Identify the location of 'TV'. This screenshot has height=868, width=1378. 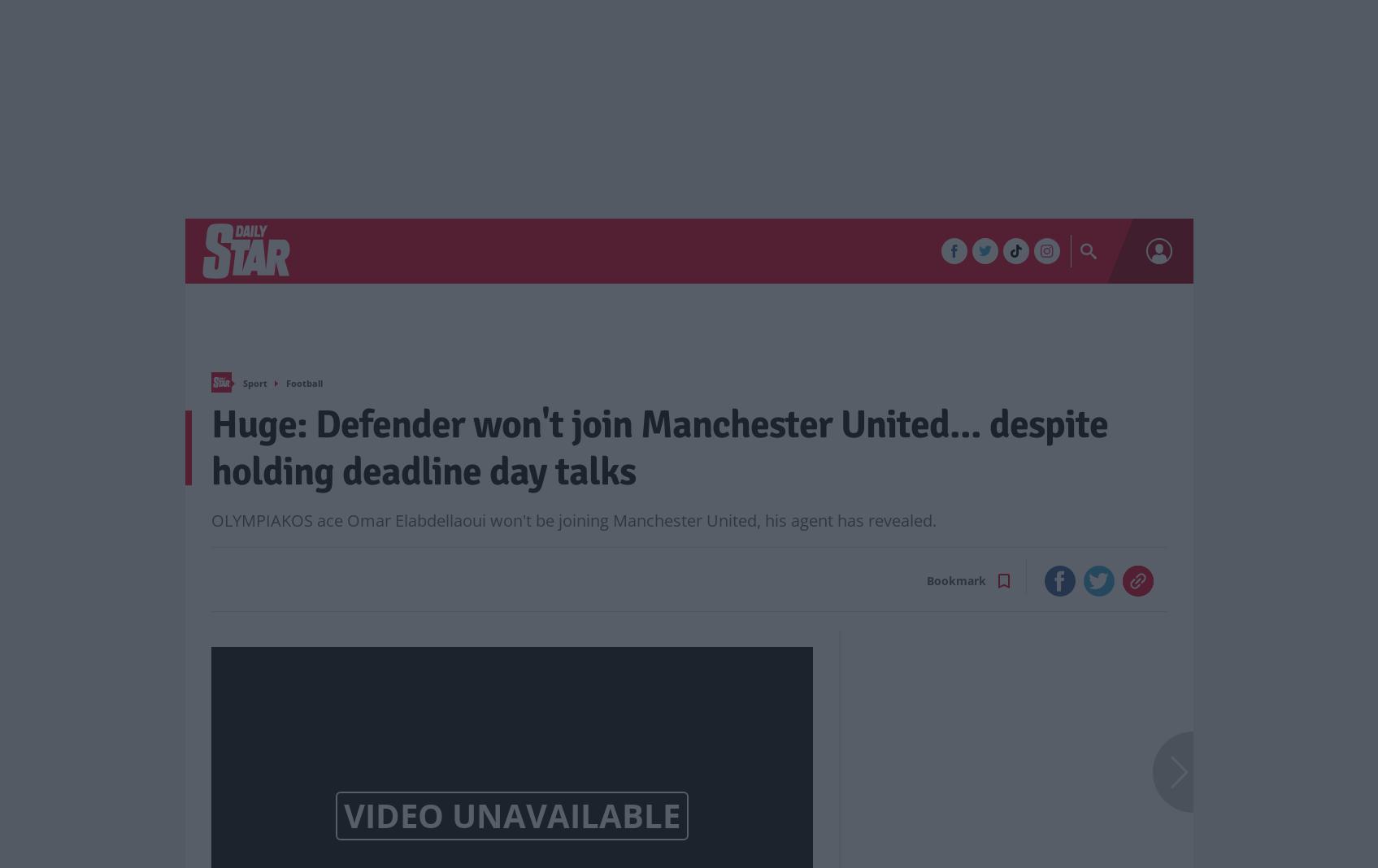
(681, 252).